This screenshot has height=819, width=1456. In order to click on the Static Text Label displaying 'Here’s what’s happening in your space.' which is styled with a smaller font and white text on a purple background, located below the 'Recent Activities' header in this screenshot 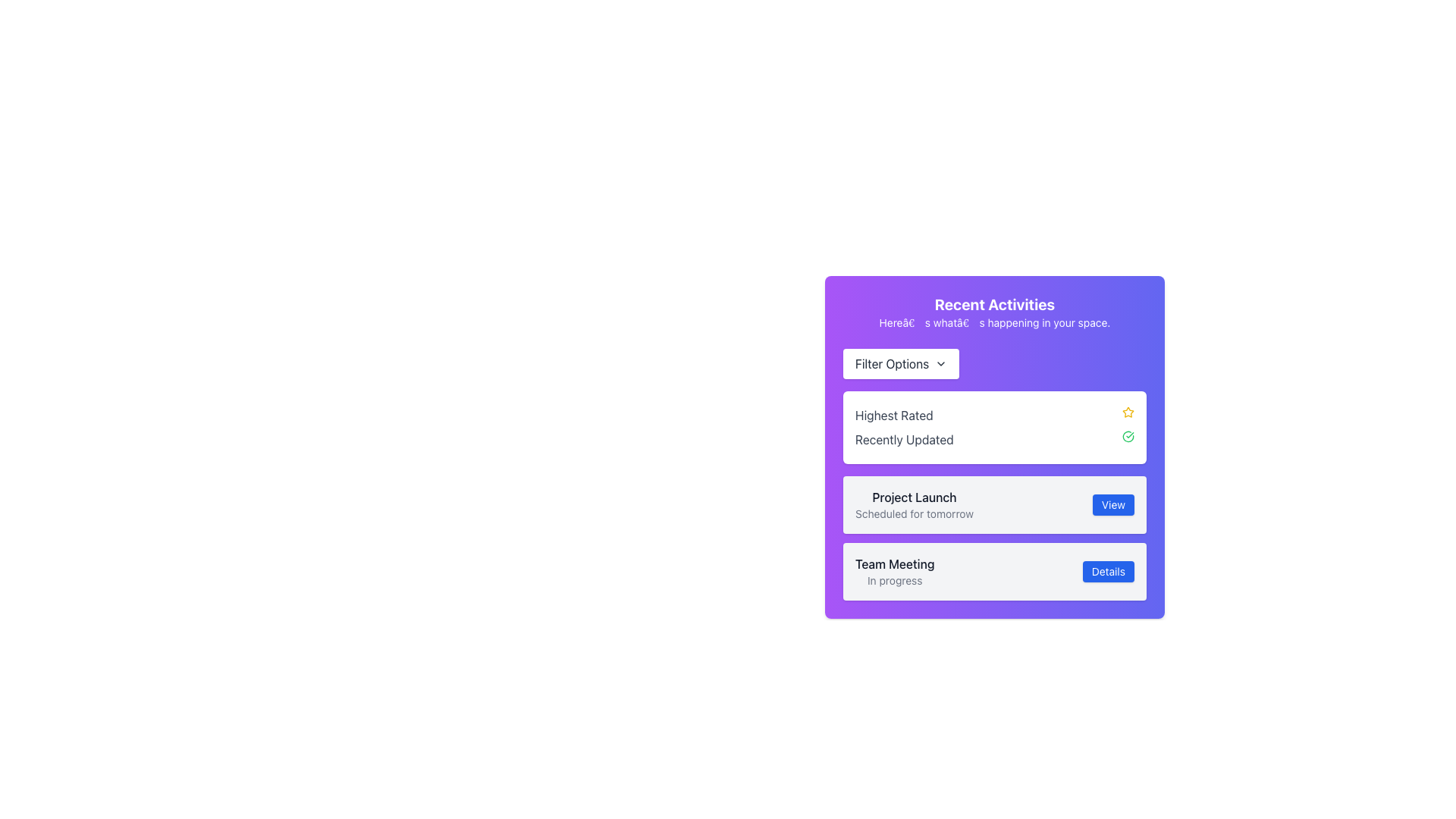, I will do `click(994, 322)`.